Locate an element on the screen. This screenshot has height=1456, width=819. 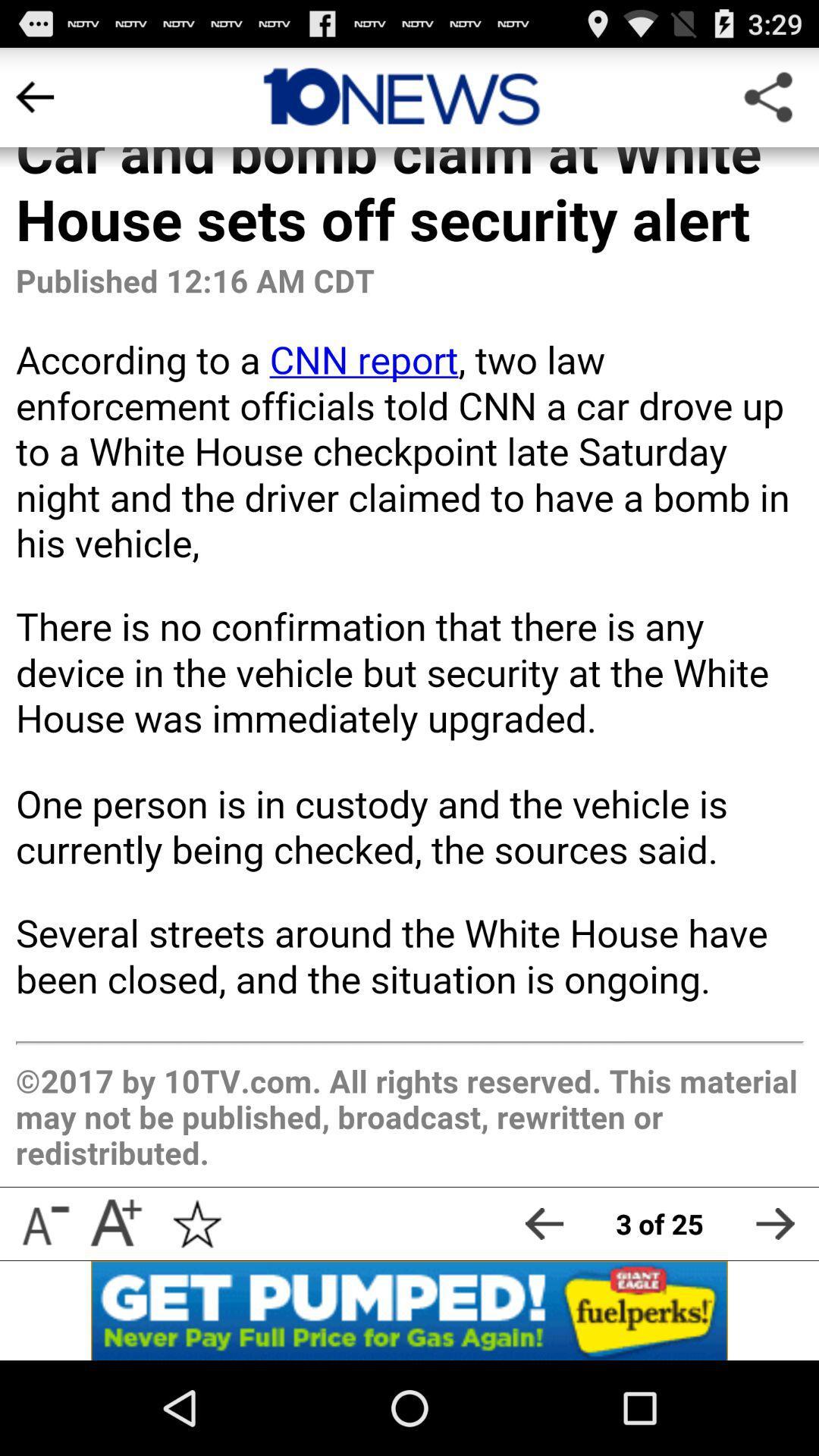
the arrow_backward icon is located at coordinates (543, 1309).